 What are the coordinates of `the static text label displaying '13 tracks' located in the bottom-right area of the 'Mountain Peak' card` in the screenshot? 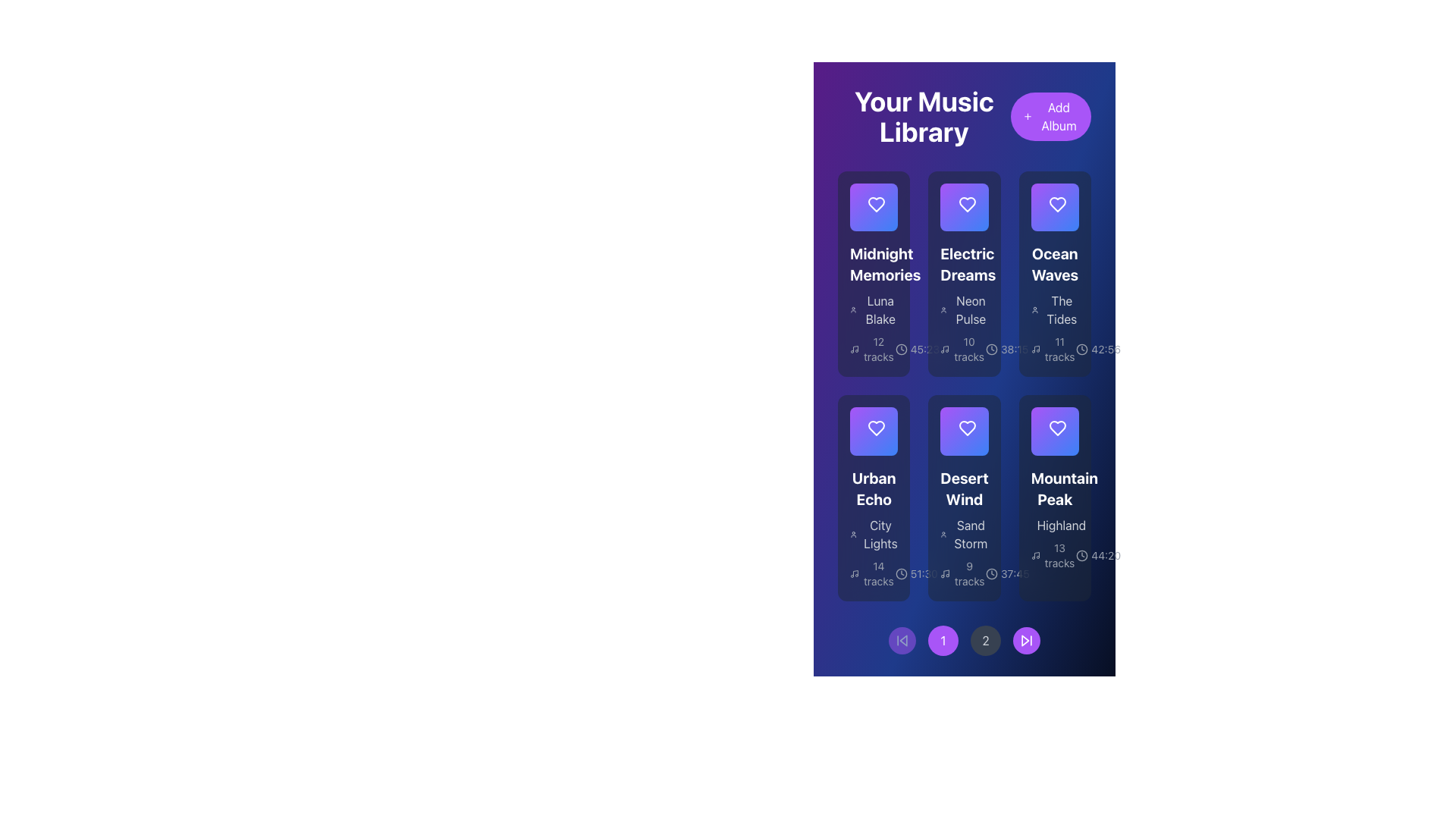 It's located at (1059, 555).